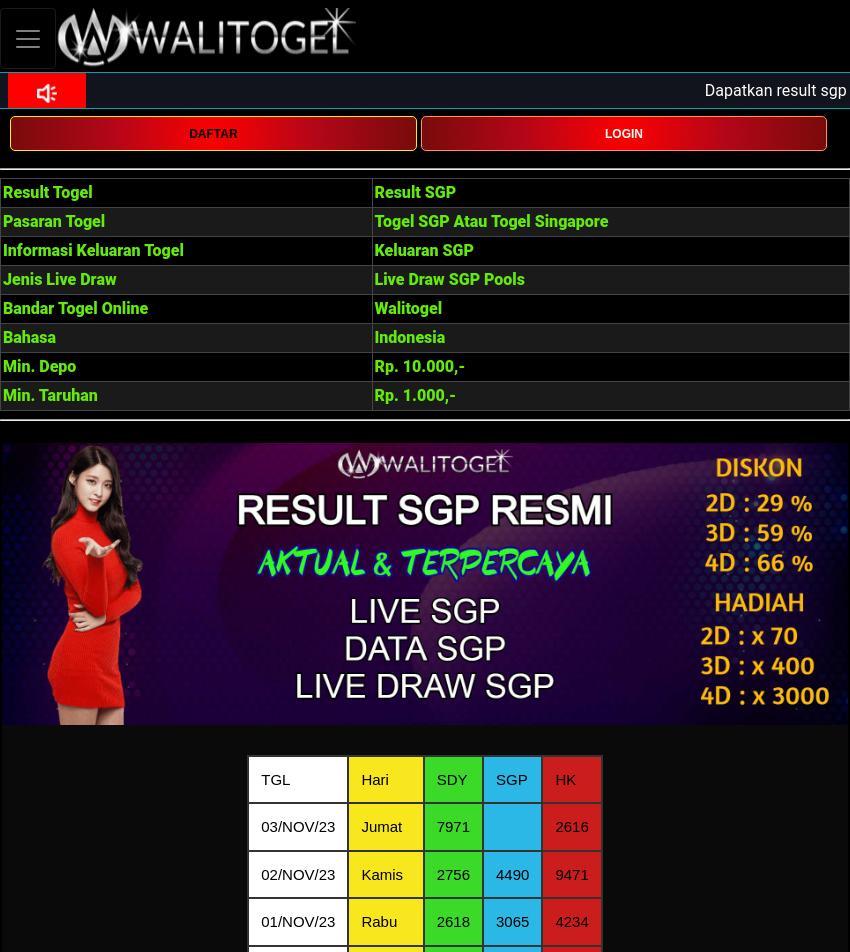  Describe the element at coordinates (91, 250) in the screenshot. I see `'Informasi Keluaran Togel'` at that location.